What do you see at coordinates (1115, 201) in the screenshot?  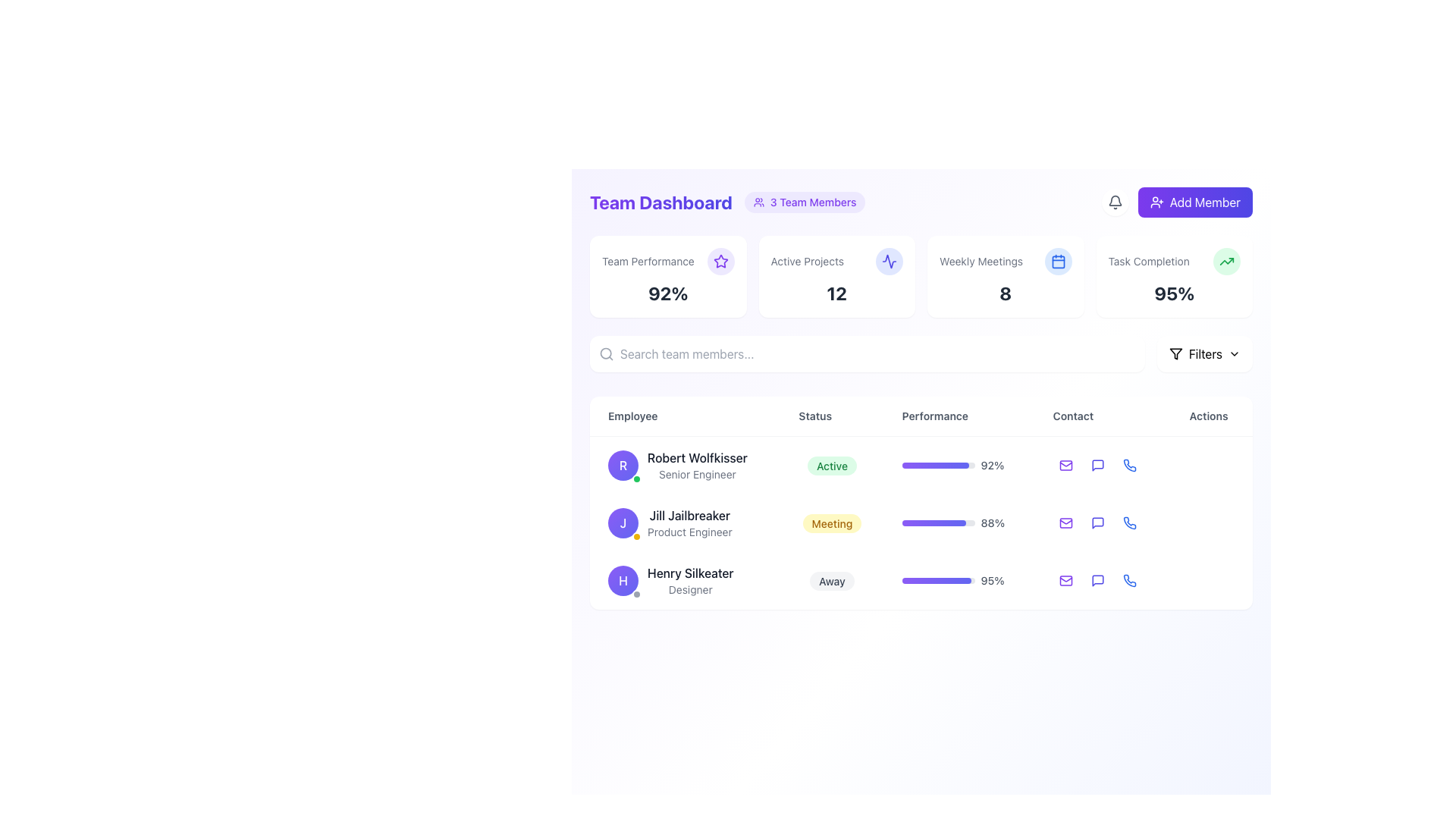 I see `the gray bell icon button located in the top-right corner of the page` at bounding box center [1115, 201].